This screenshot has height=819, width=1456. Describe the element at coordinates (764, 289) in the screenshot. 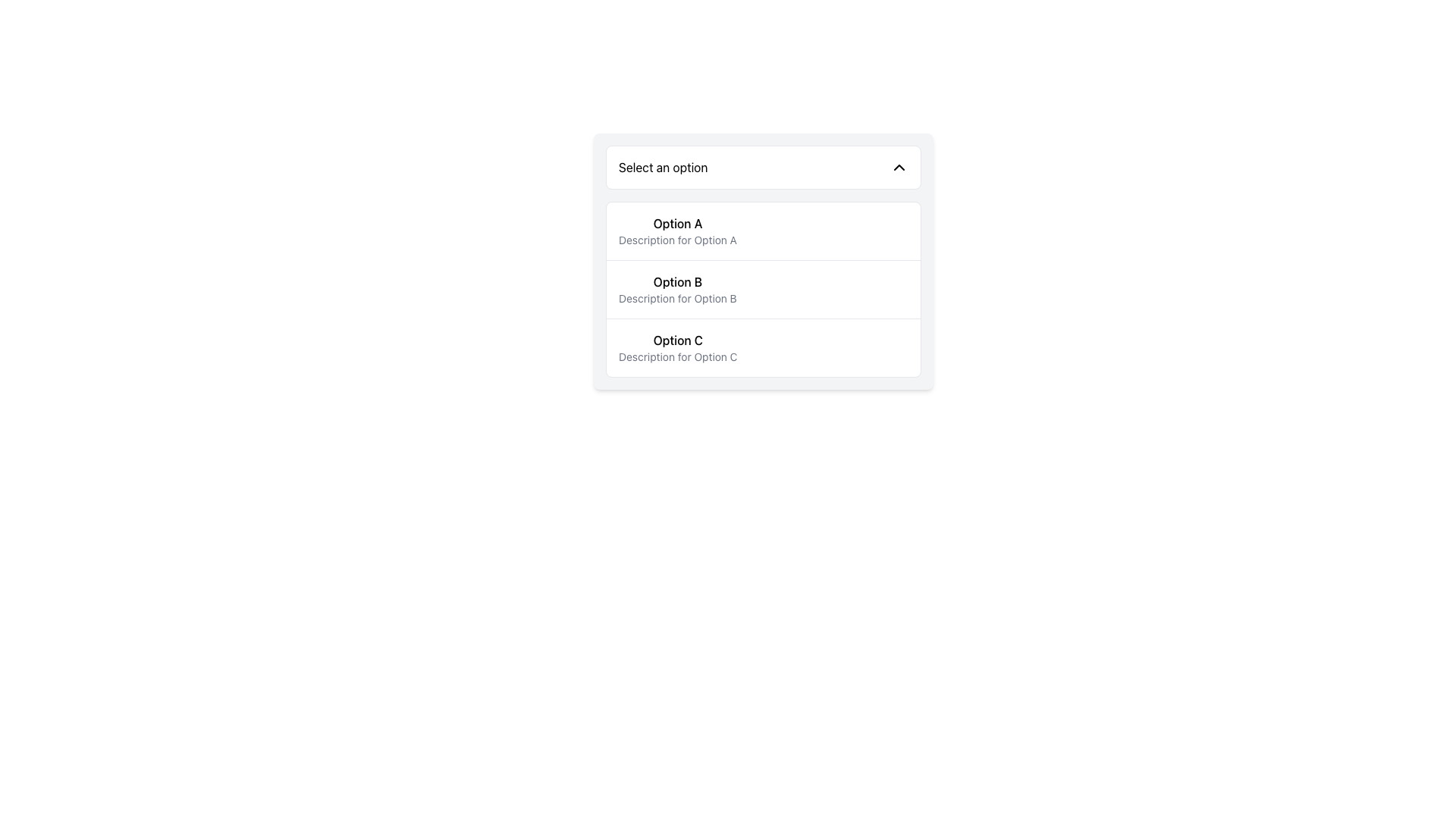

I see `the selectable option labeled 'Option B' in the dropdown list` at that location.